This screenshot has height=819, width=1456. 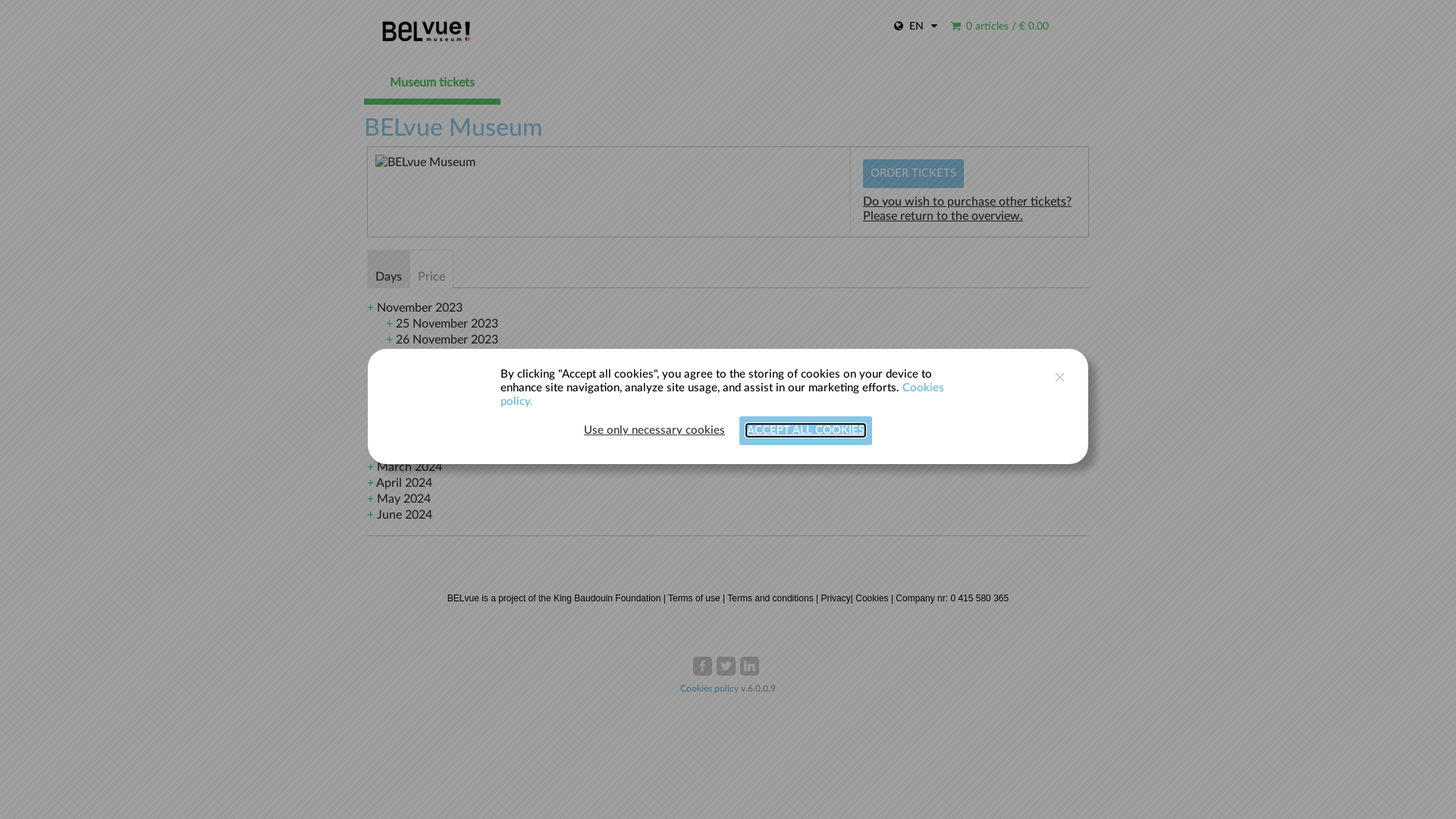 I want to click on 'ACCEPT ALL COOKIES', so click(x=746, y=430).